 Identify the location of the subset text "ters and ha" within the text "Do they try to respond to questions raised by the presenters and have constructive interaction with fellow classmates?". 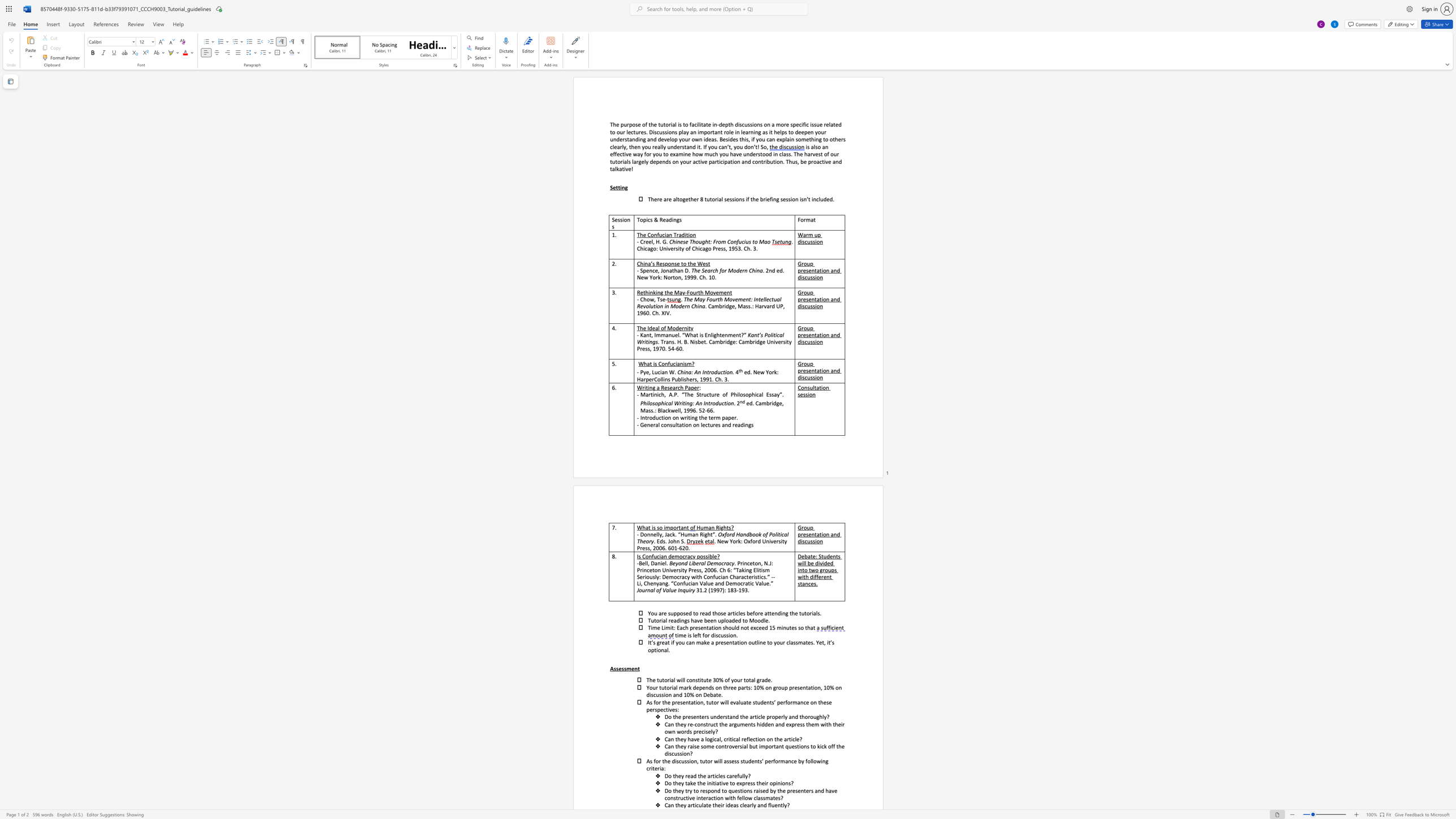
(803, 791).